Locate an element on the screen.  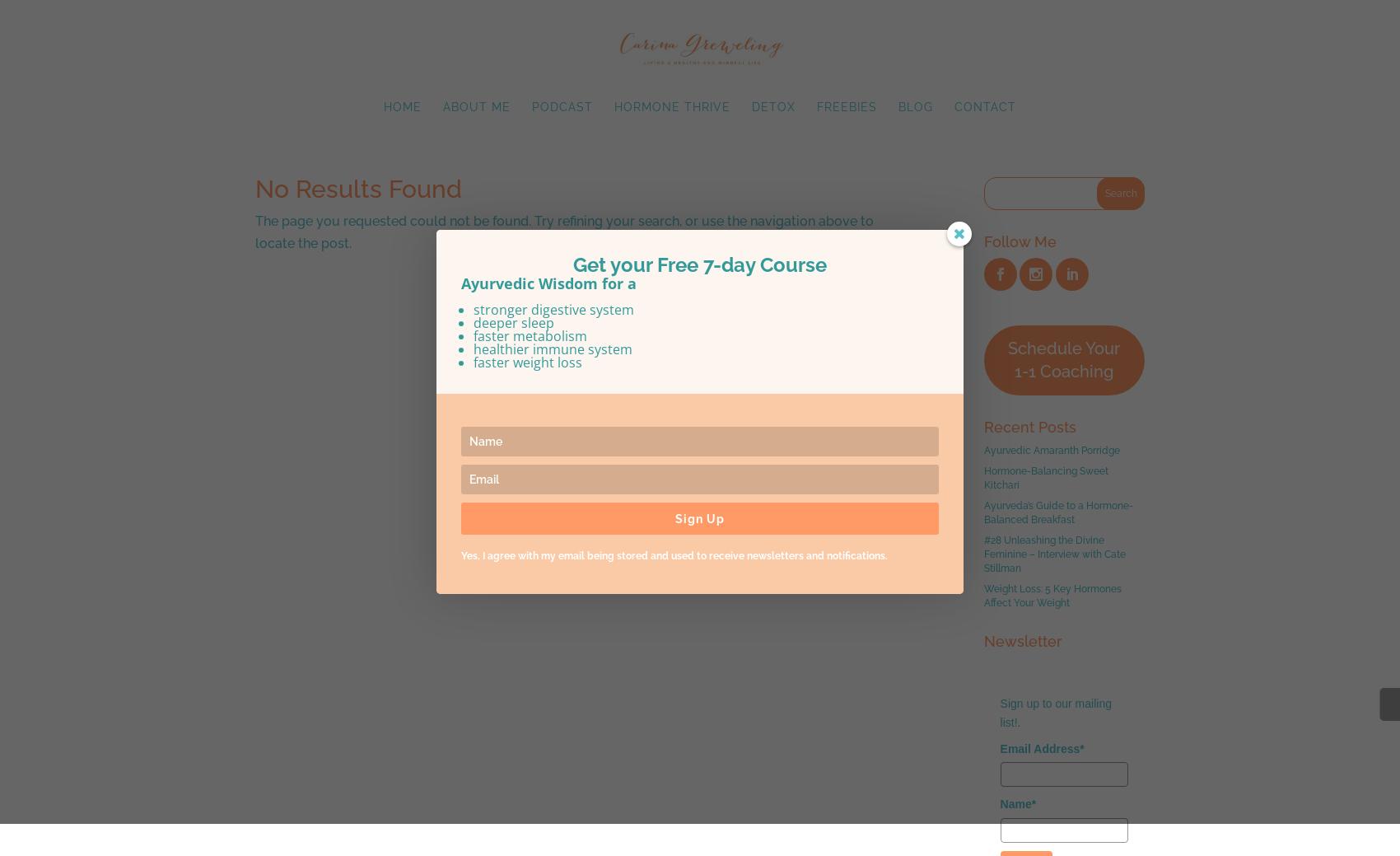
'No Results Found' is located at coordinates (358, 189).